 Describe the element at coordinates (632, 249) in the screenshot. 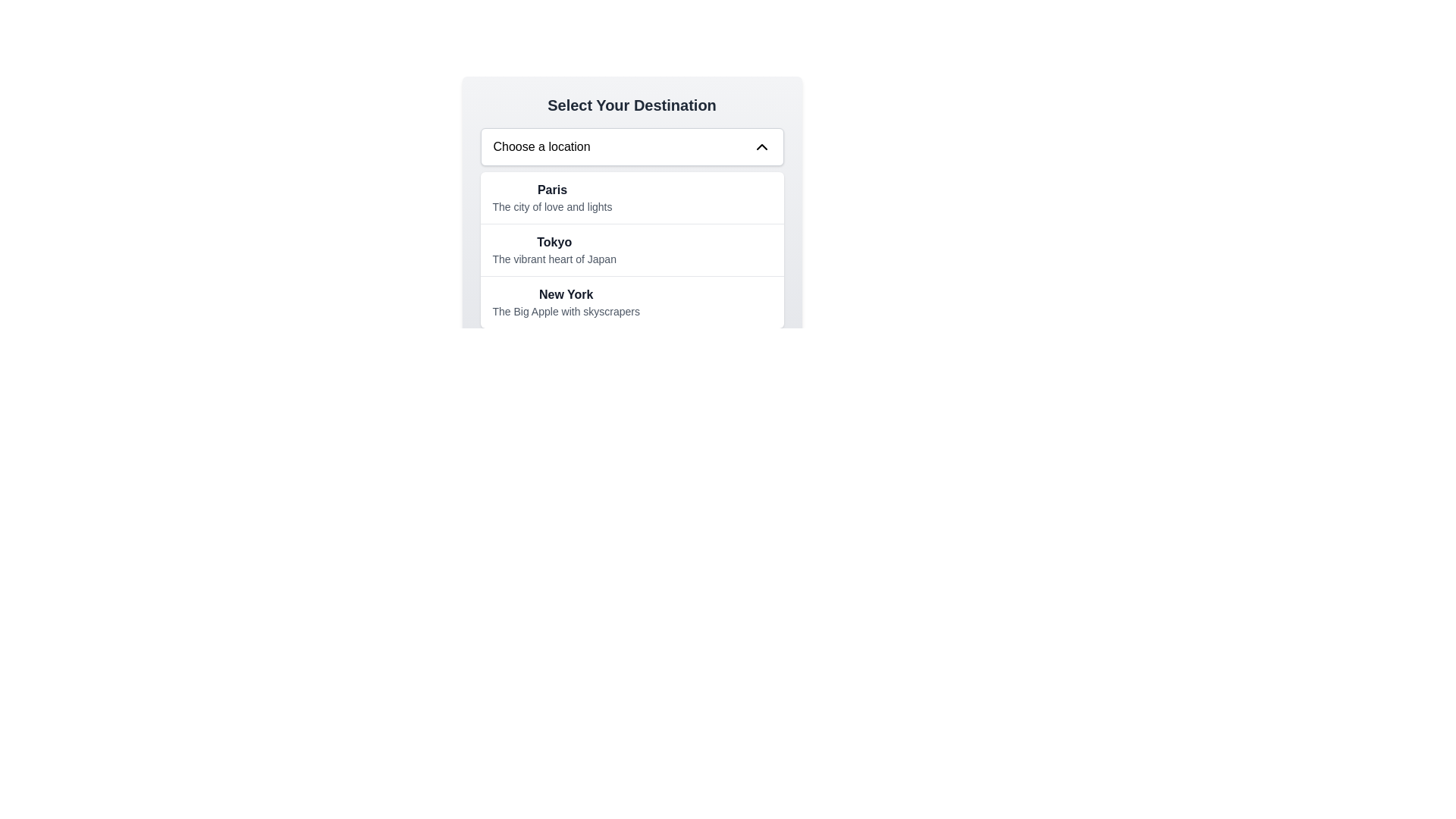

I see `the 'Tokyo' option in the dropdown menu, which is the second item listed under 'Choose a location', located between 'Paris' and 'New York'` at that location.